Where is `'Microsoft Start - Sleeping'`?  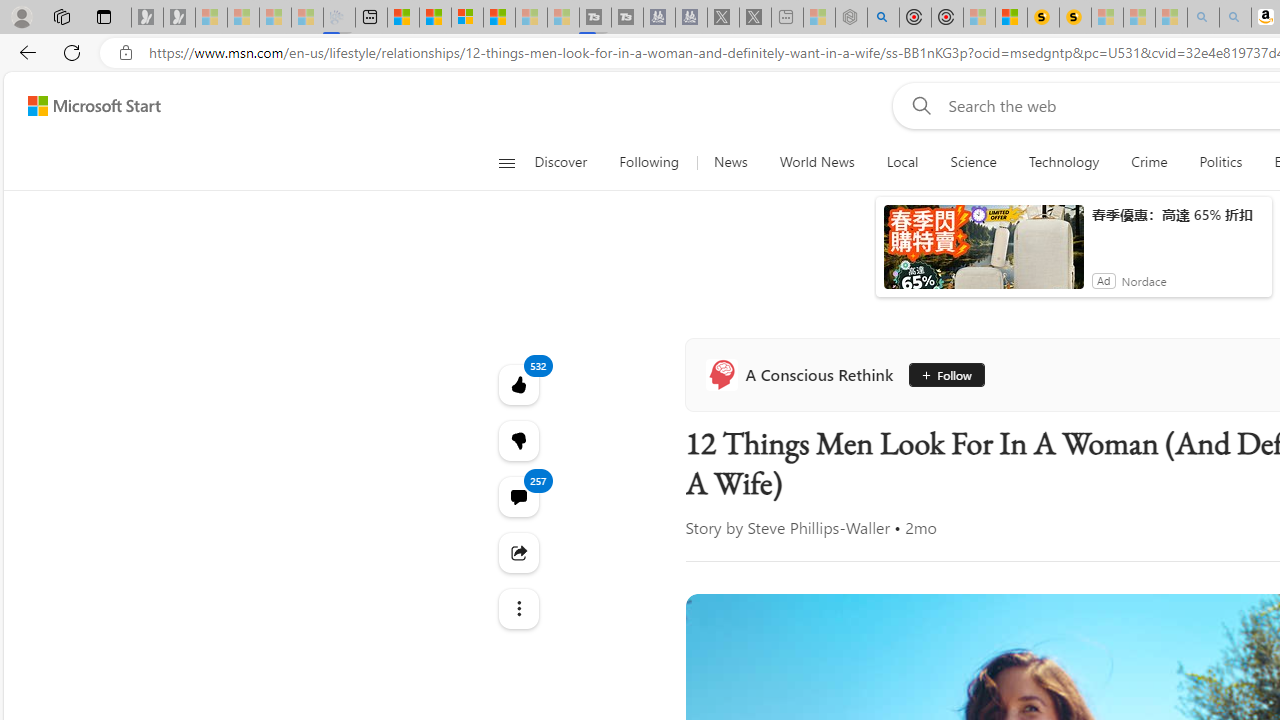
'Microsoft Start - Sleeping' is located at coordinates (531, 17).